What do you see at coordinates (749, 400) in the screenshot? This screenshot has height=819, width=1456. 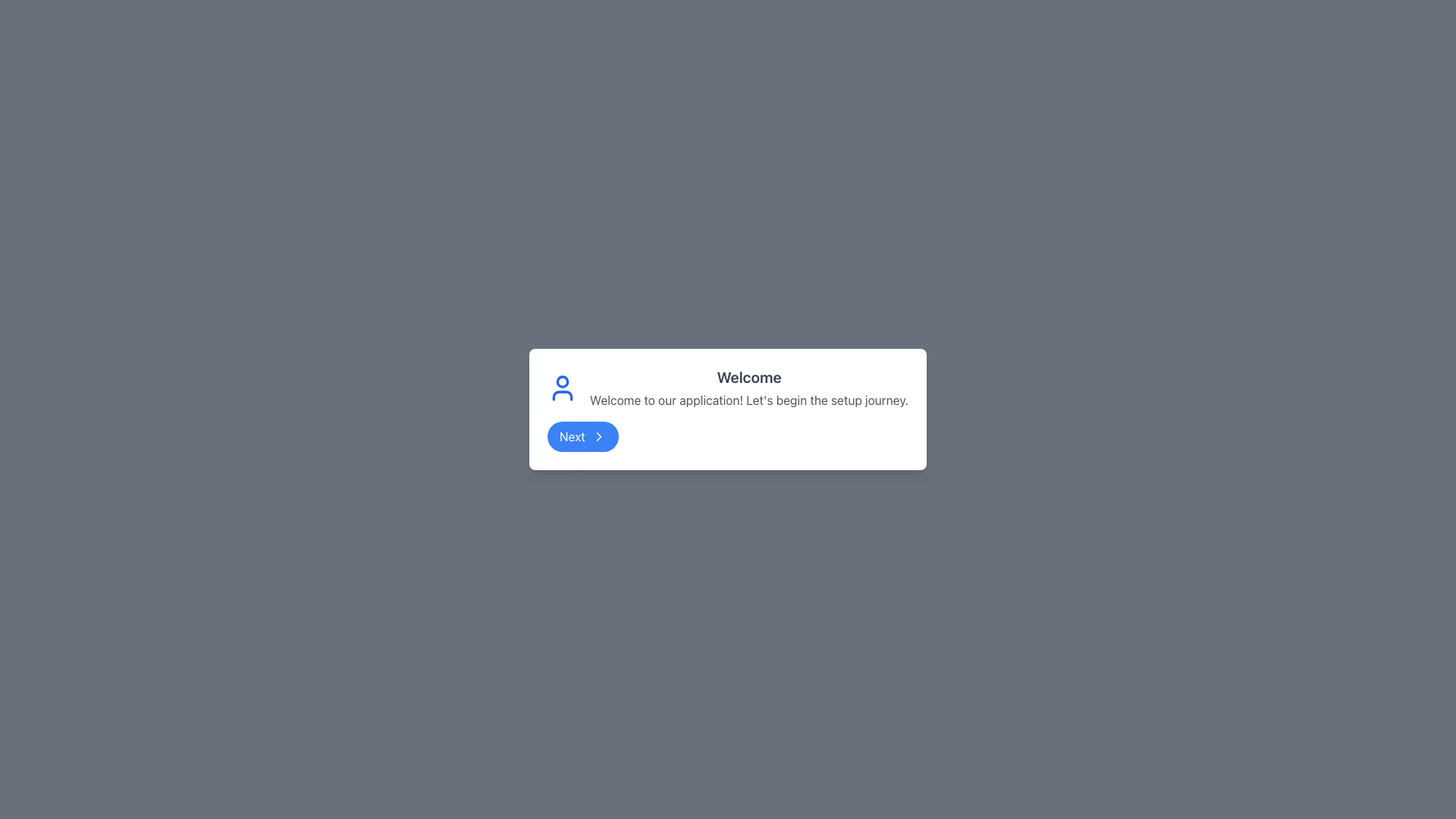 I see `text component displaying 'Welcome to our application! Let's begin the setup journey.' which is the second line within a card component` at bounding box center [749, 400].